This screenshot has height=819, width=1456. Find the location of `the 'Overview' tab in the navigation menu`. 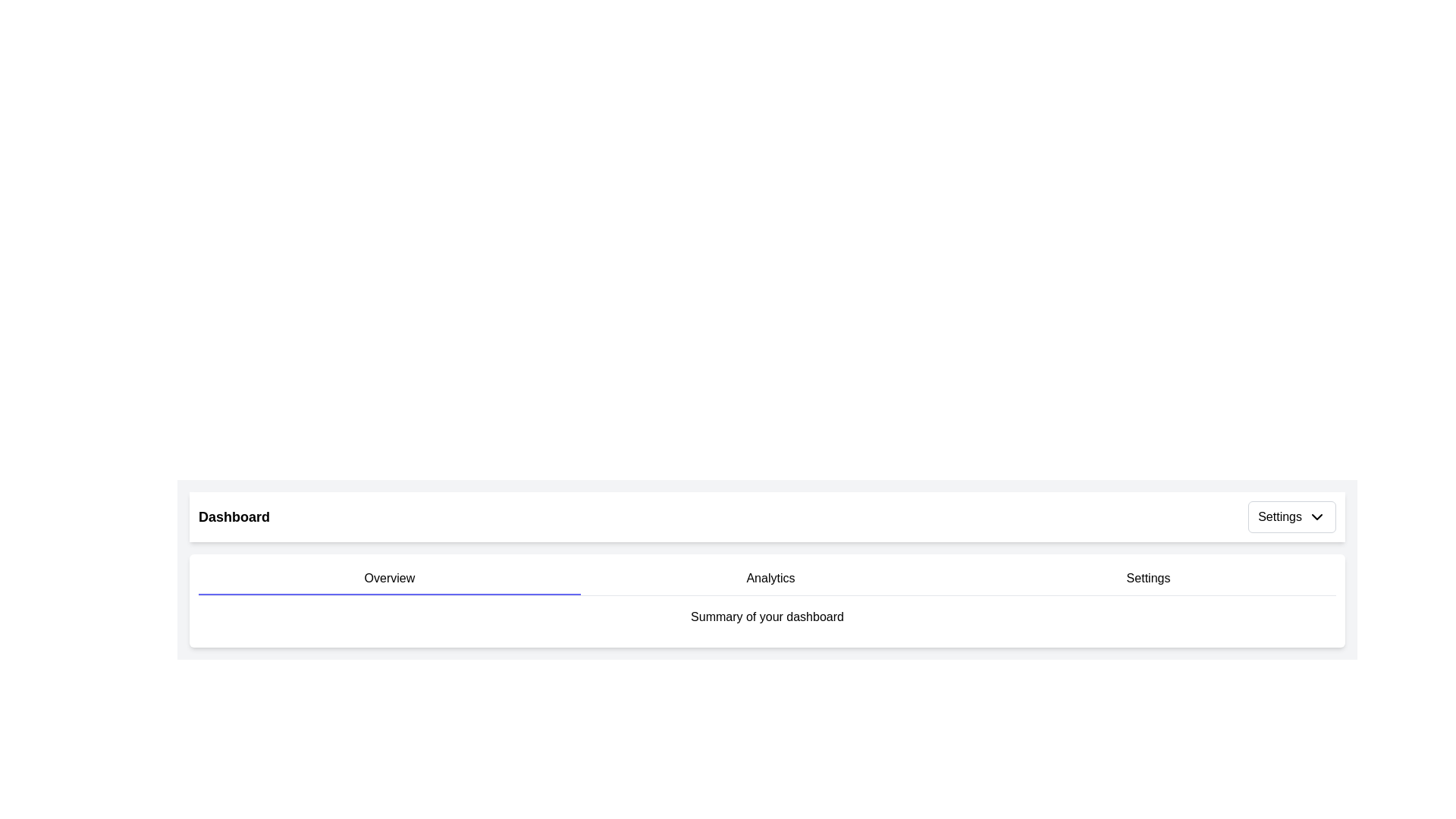

the 'Overview' tab in the navigation menu is located at coordinates (389, 579).